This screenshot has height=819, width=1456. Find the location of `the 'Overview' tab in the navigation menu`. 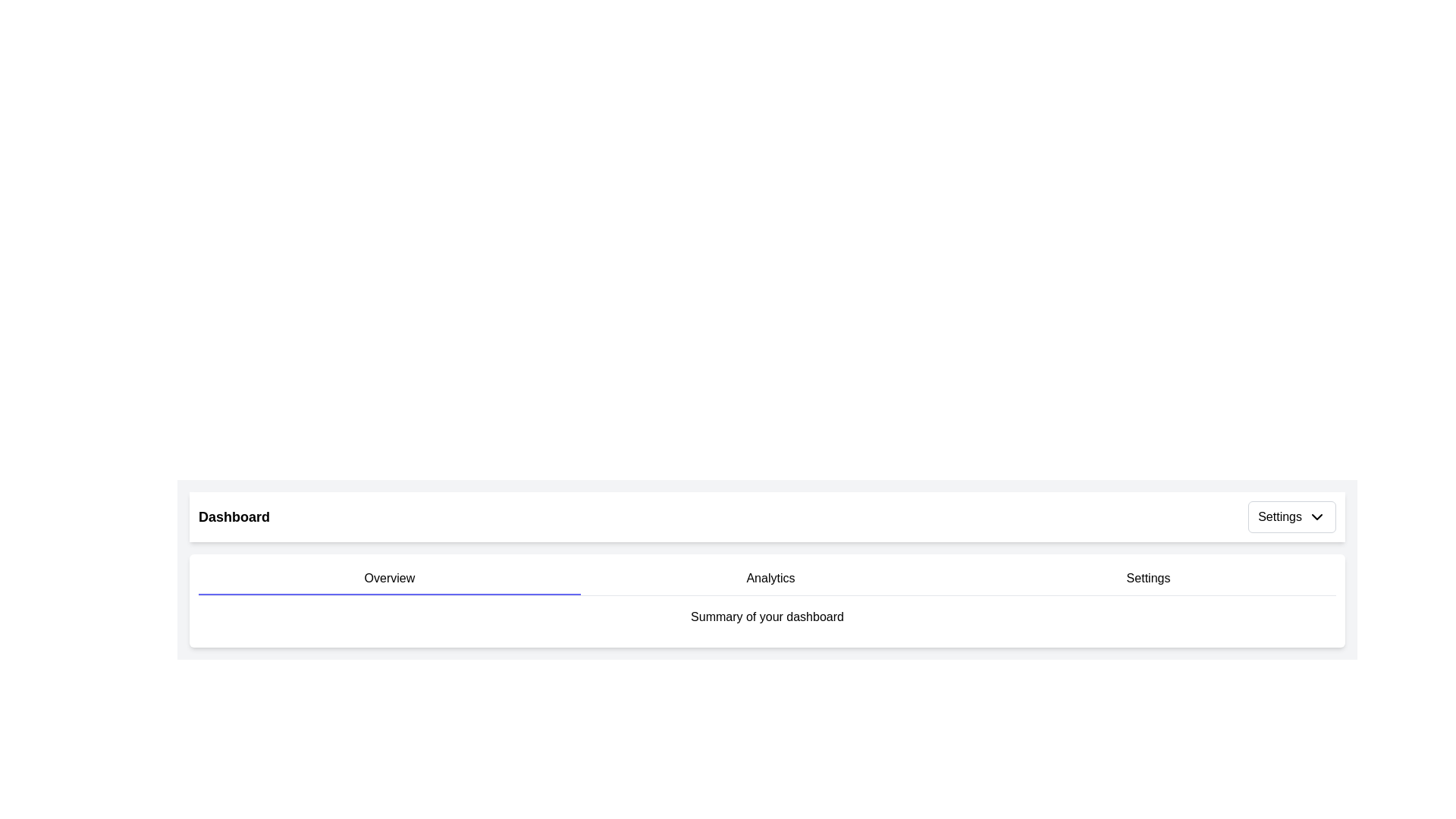

the 'Overview' tab in the navigation menu is located at coordinates (389, 579).